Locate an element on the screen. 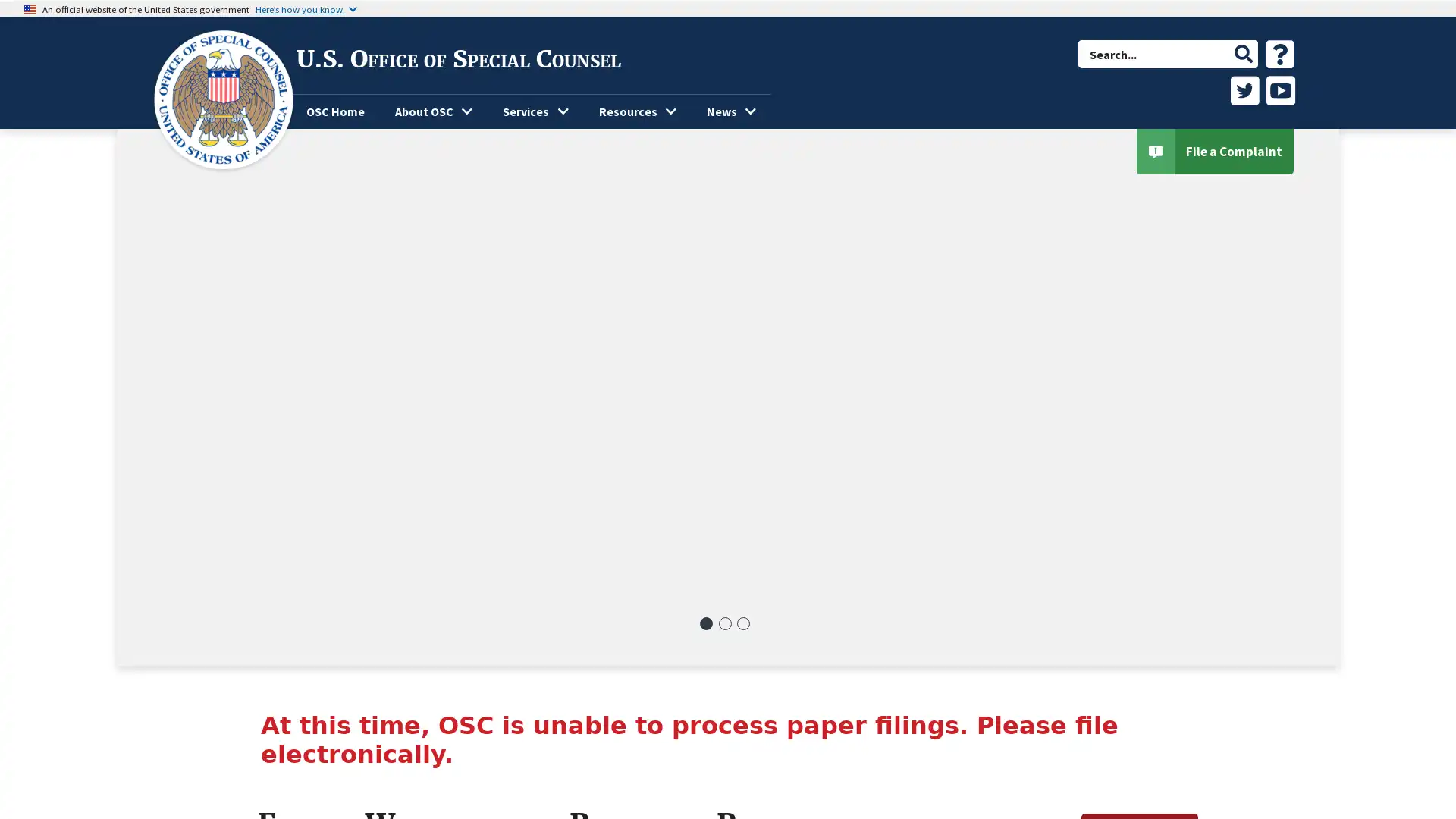 The image size is (1456, 819). News is located at coordinates (731, 111).